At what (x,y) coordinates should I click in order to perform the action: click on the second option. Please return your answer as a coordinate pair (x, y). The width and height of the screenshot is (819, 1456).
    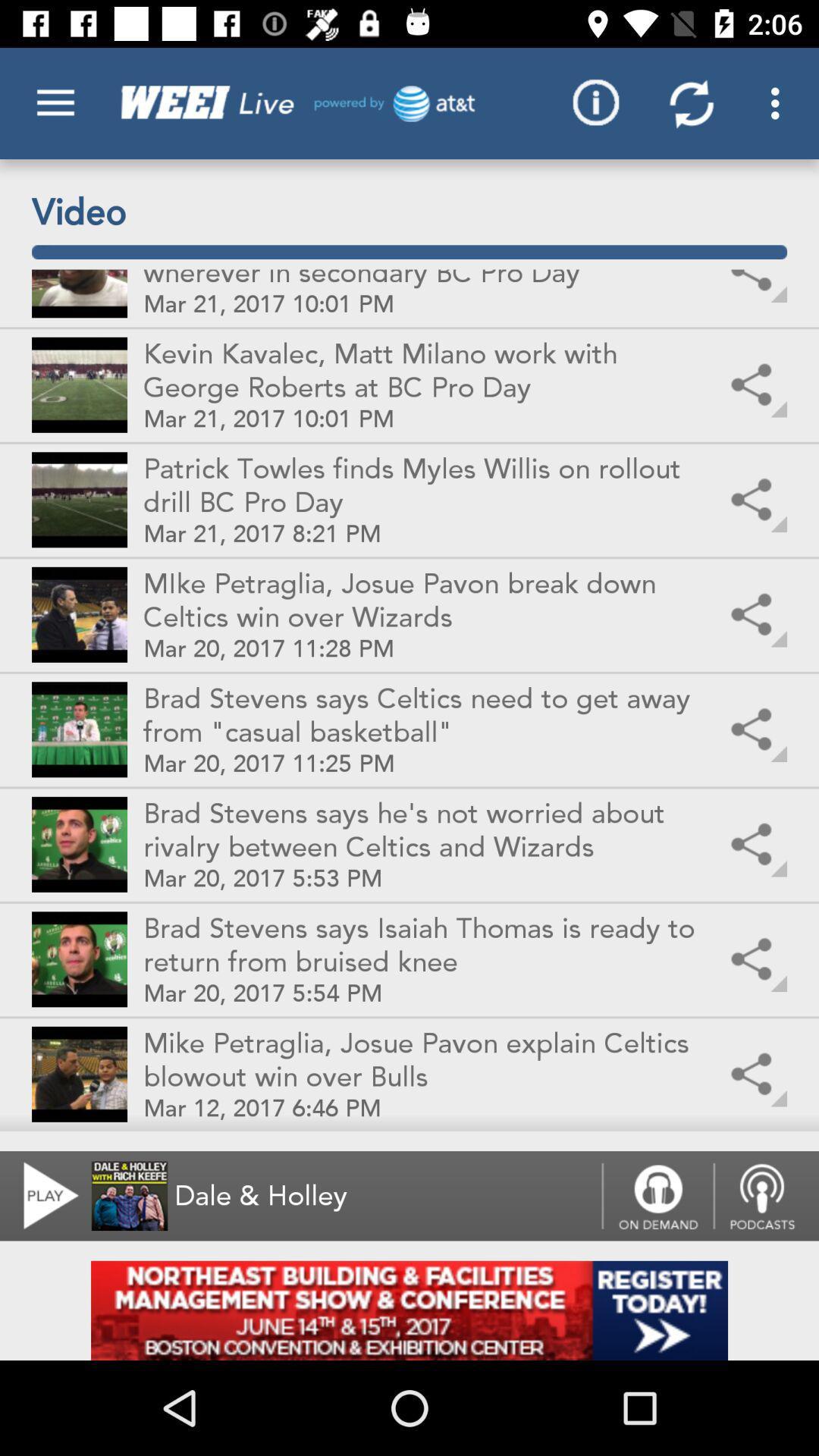
    Looking at the image, I should click on (79, 385).